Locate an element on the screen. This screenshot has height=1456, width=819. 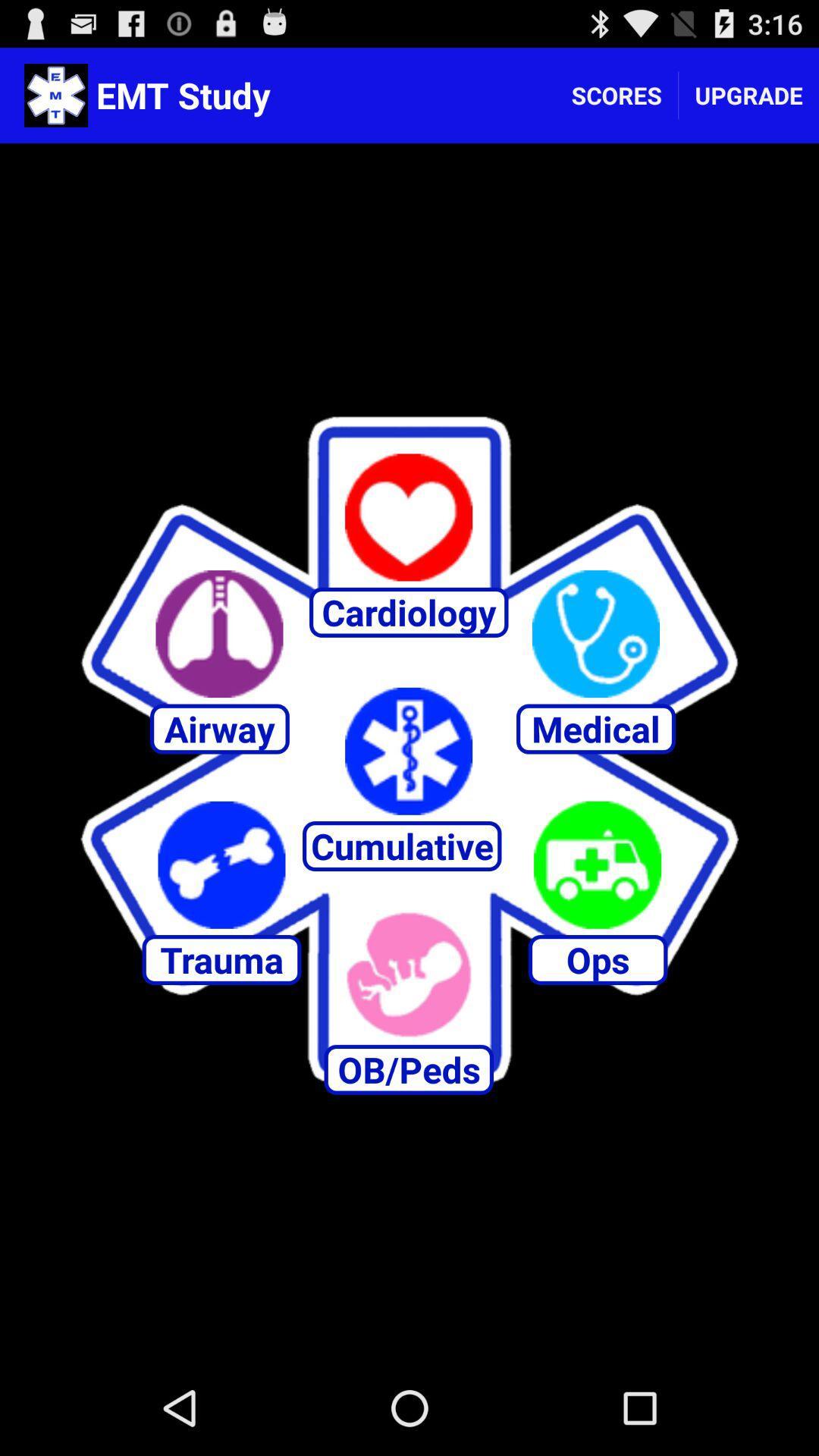
the avatar icon is located at coordinates (219, 677).